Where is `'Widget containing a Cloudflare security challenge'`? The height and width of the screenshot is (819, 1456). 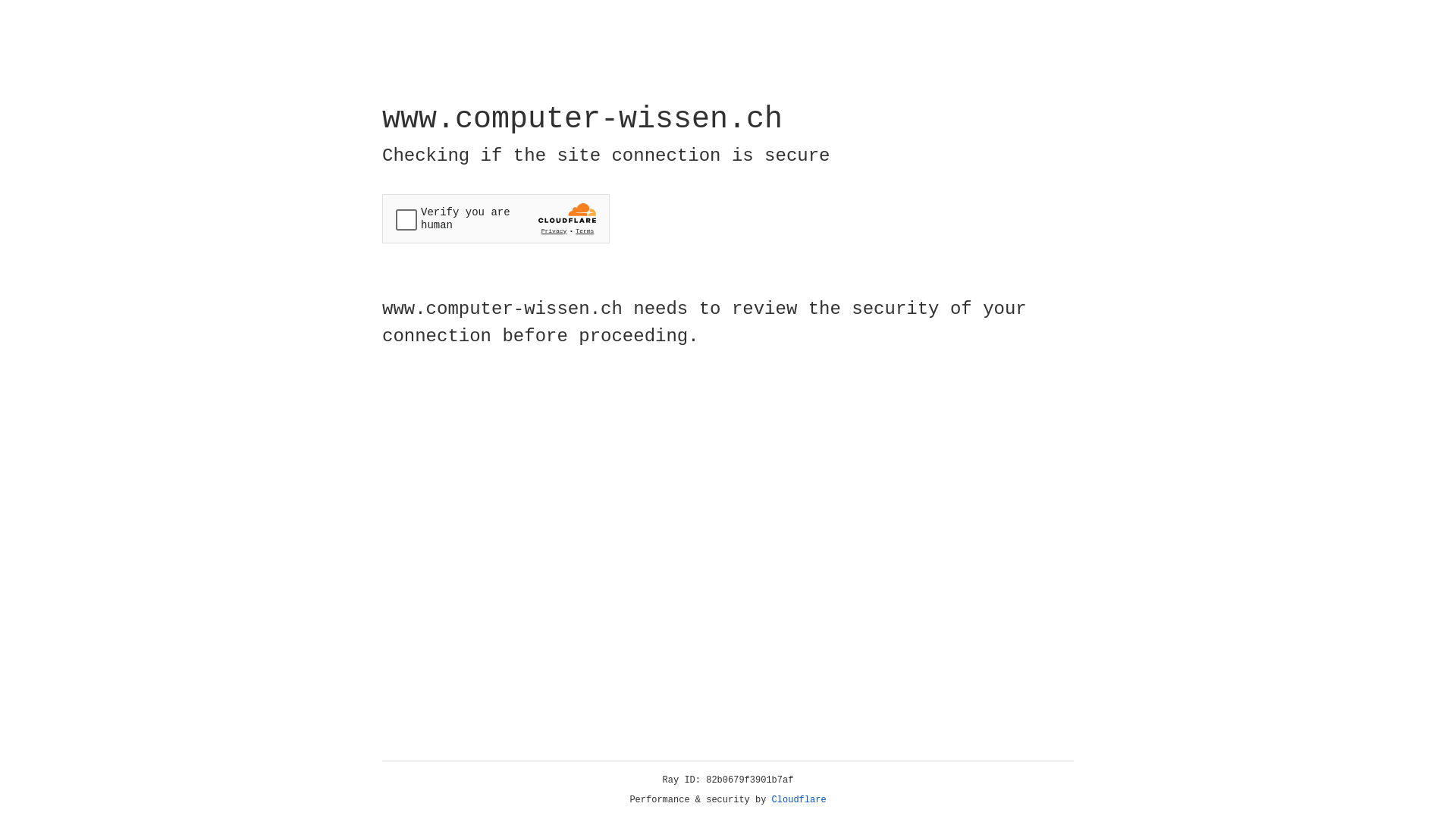 'Widget containing a Cloudflare security challenge' is located at coordinates (495, 218).